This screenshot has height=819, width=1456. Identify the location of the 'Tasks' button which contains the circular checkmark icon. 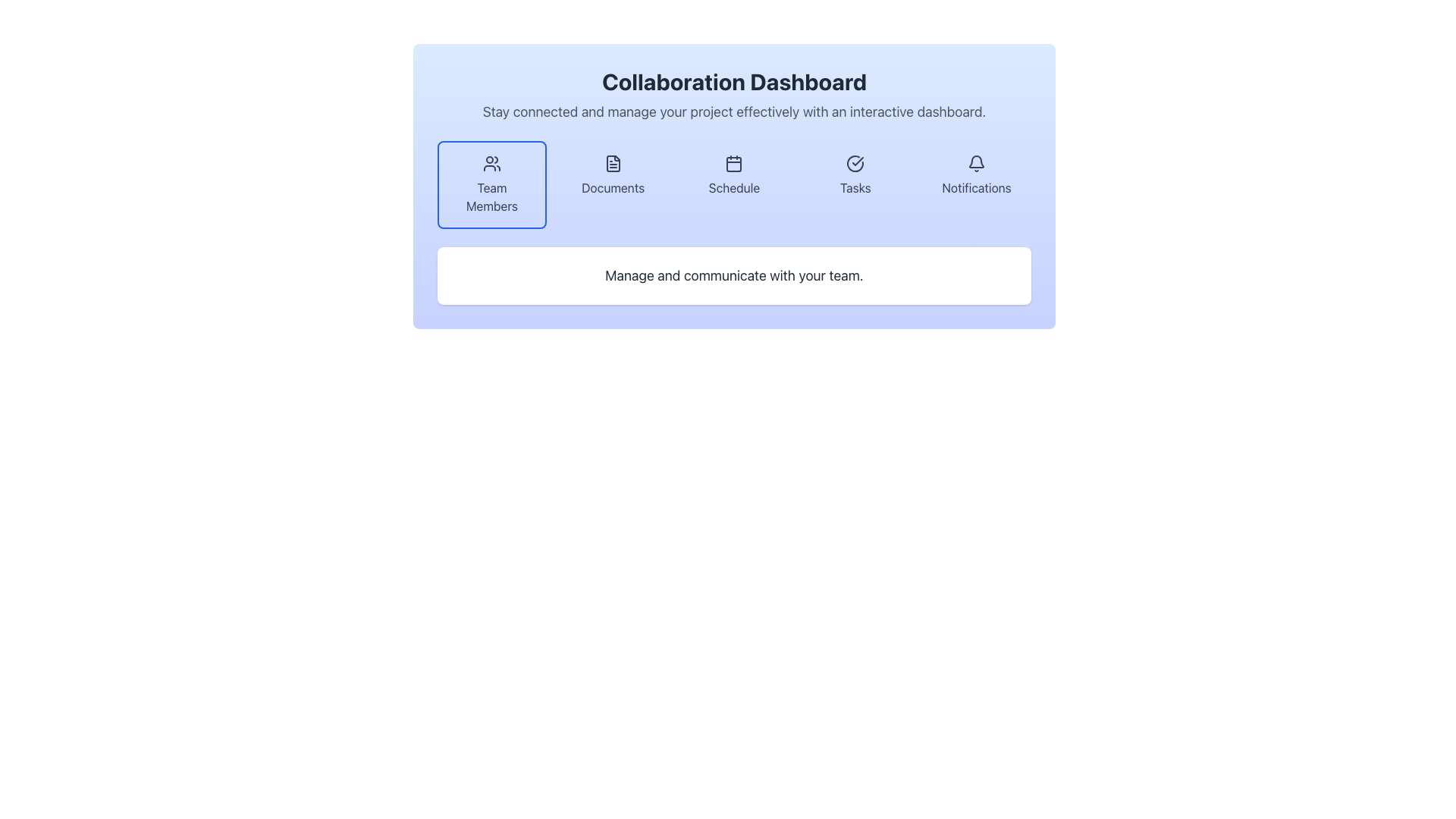
(855, 164).